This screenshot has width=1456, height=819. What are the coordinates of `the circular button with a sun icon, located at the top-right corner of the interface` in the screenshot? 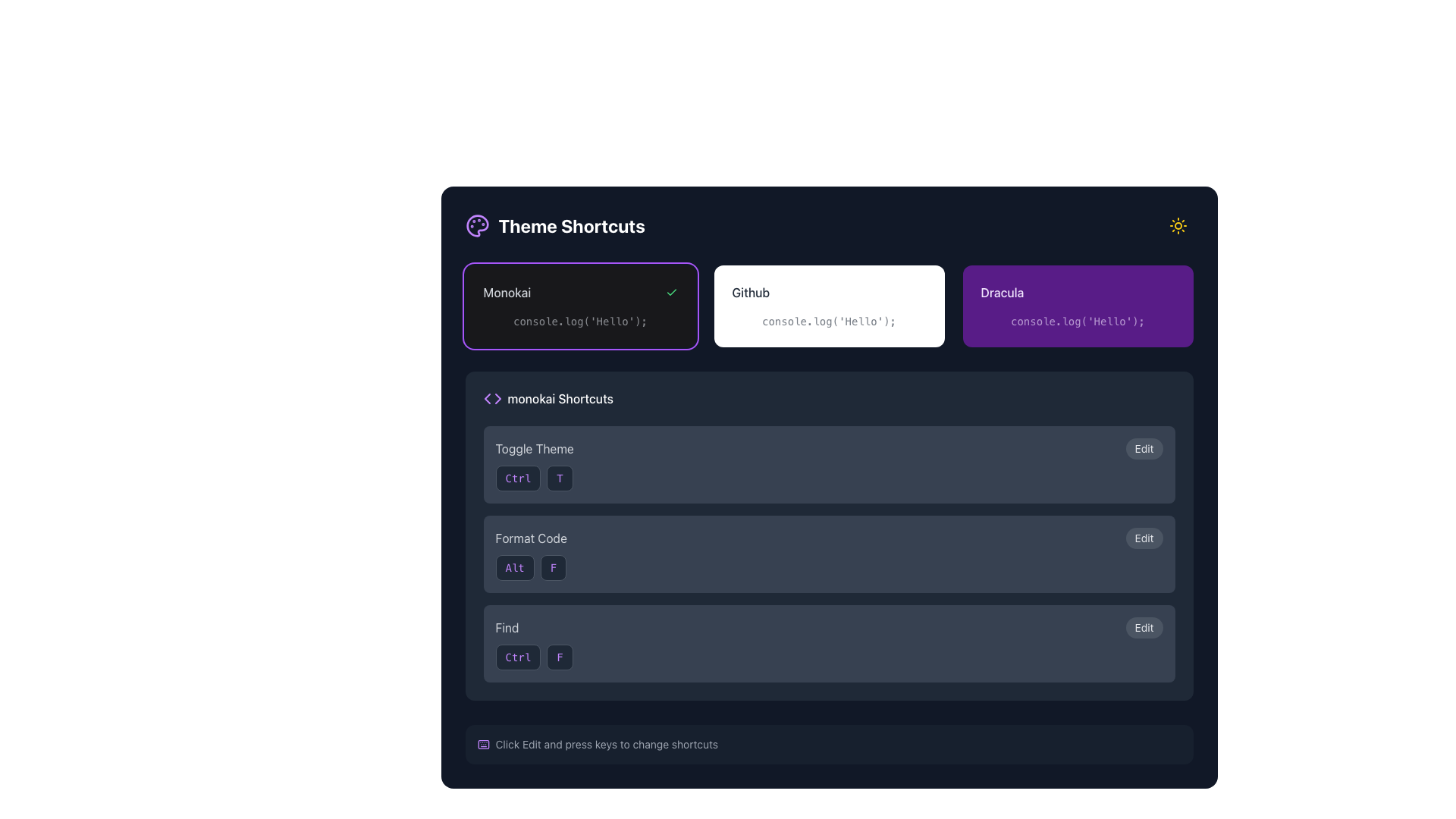 It's located at (1177, 225).